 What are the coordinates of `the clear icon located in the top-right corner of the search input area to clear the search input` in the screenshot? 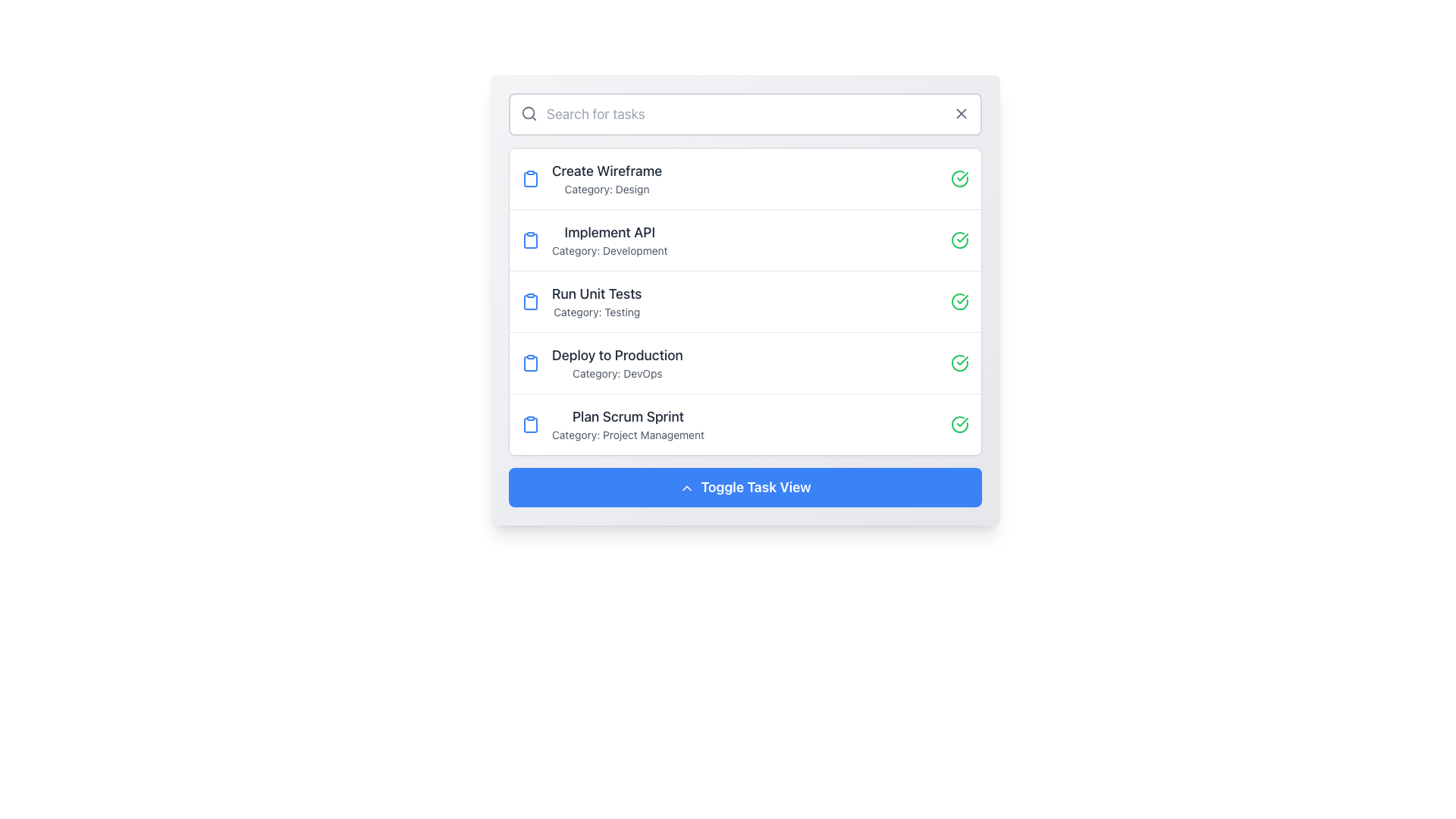 It's located at (960, 113).